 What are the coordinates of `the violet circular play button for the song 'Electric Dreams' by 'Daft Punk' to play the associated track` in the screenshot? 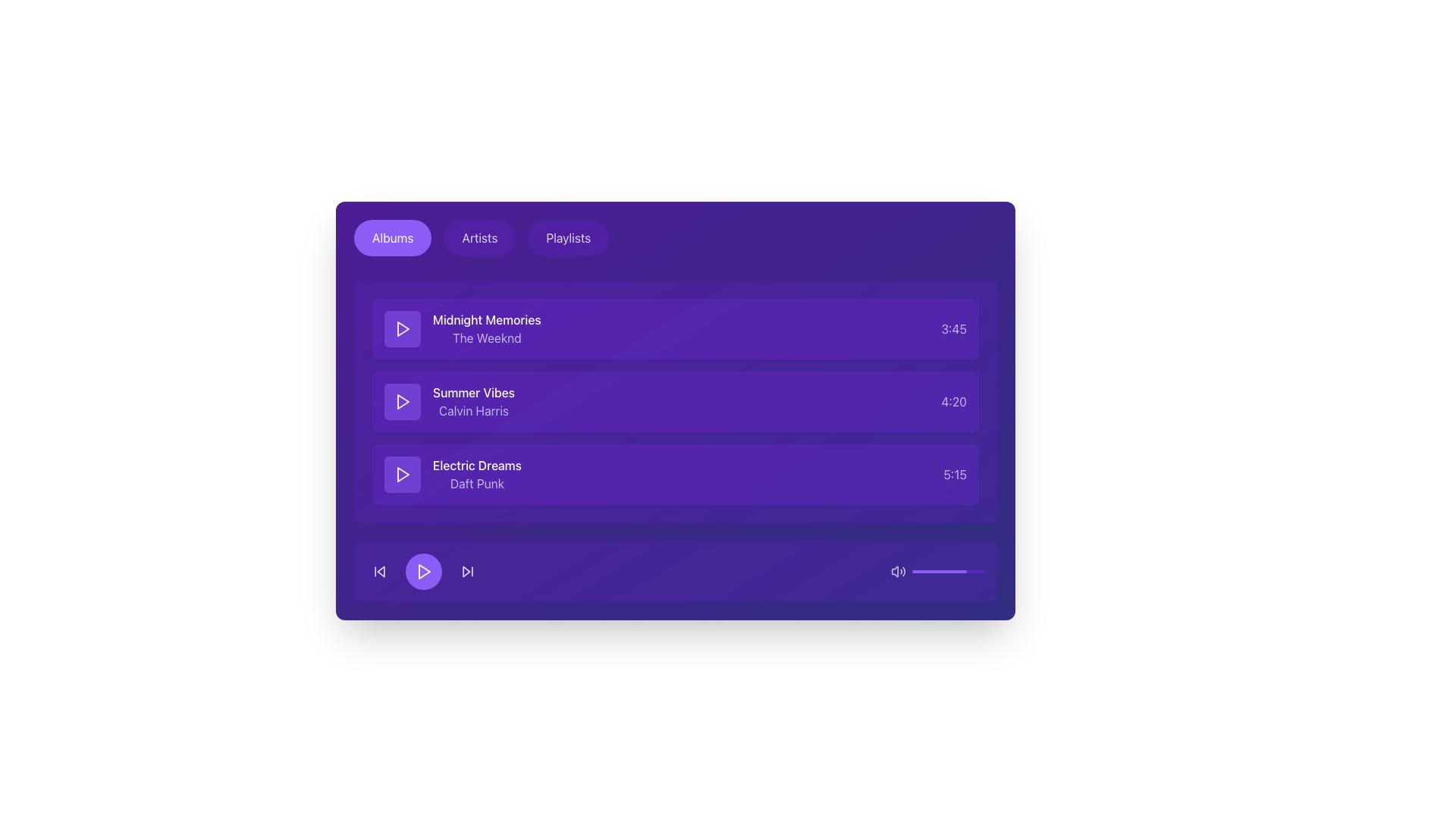 It's located at (403, 473).